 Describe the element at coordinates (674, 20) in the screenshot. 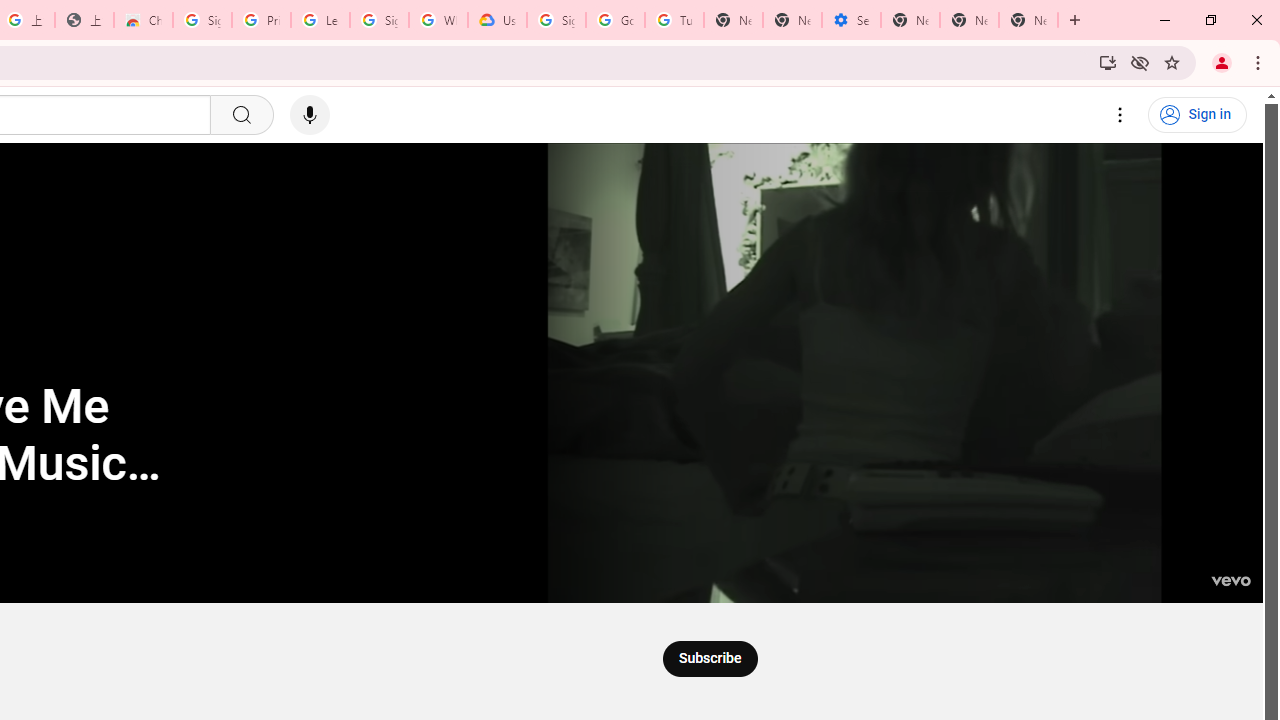

I see `'Turn cookies on or off - Computer - Google Account Help'` at that location.